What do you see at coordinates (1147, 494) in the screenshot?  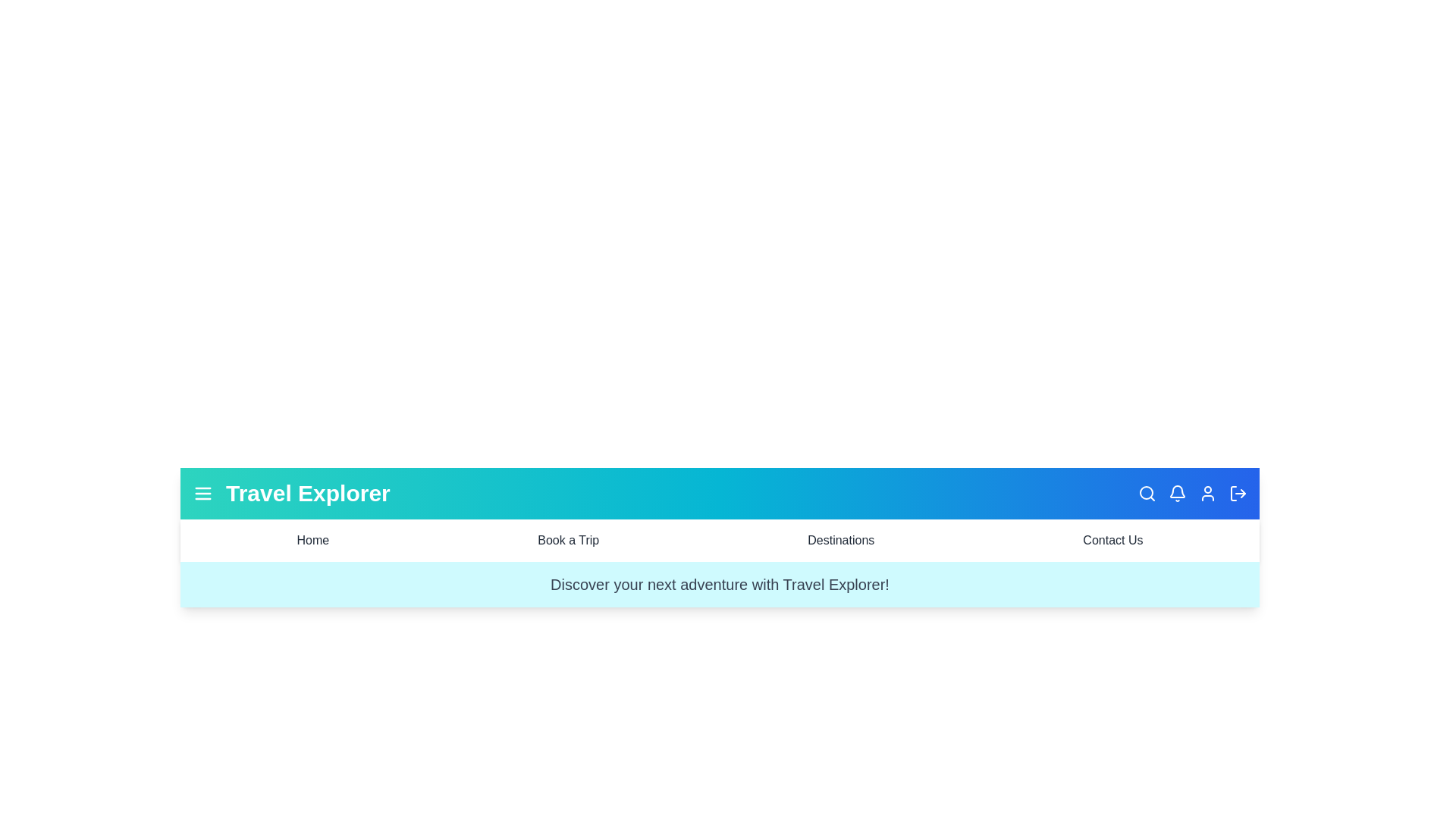 I see `the search icon in the app bar` at bounding box center [1147, 494].